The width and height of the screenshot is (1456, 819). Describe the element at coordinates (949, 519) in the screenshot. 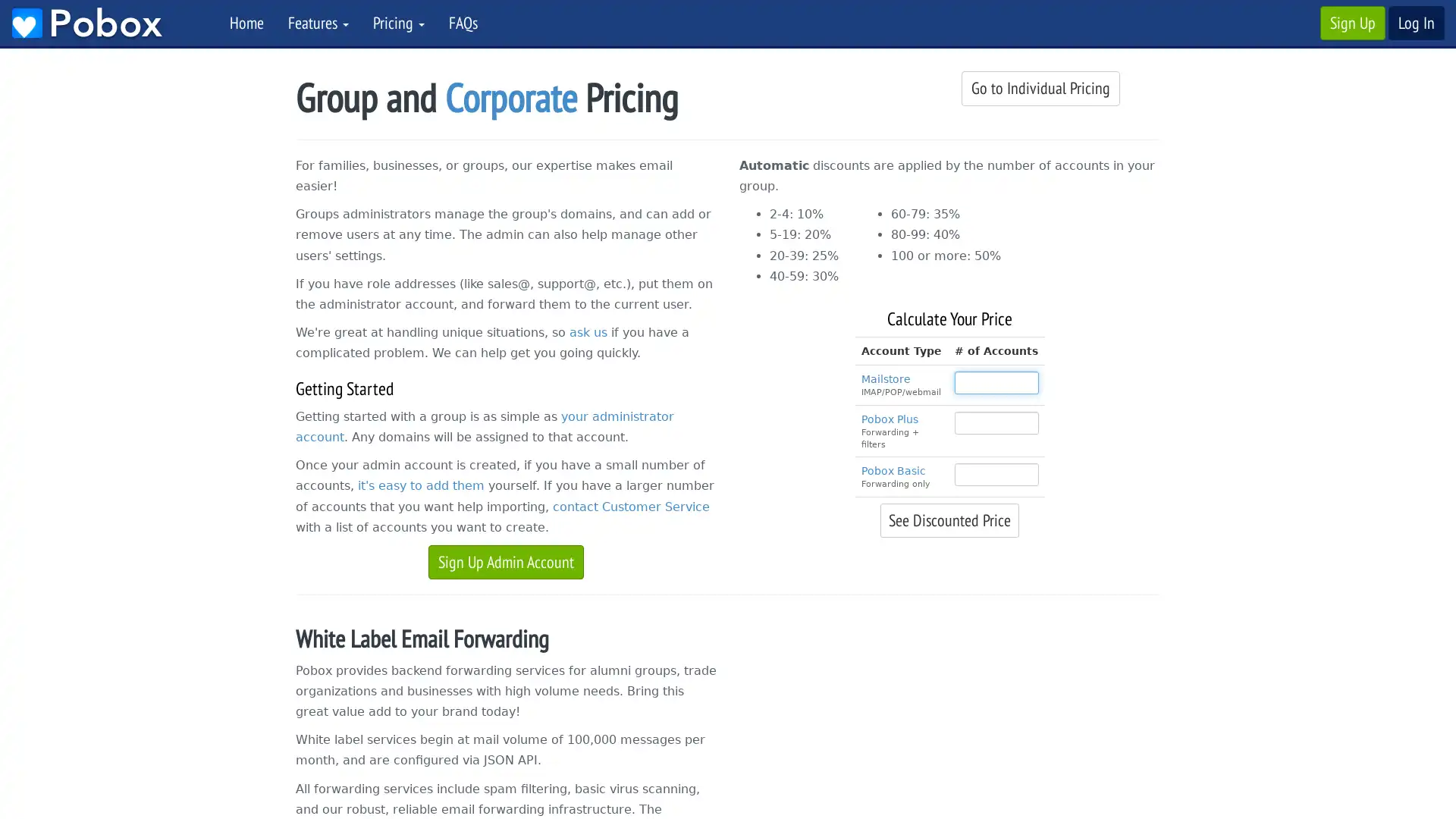

I see `See Discounted Price` at that location.